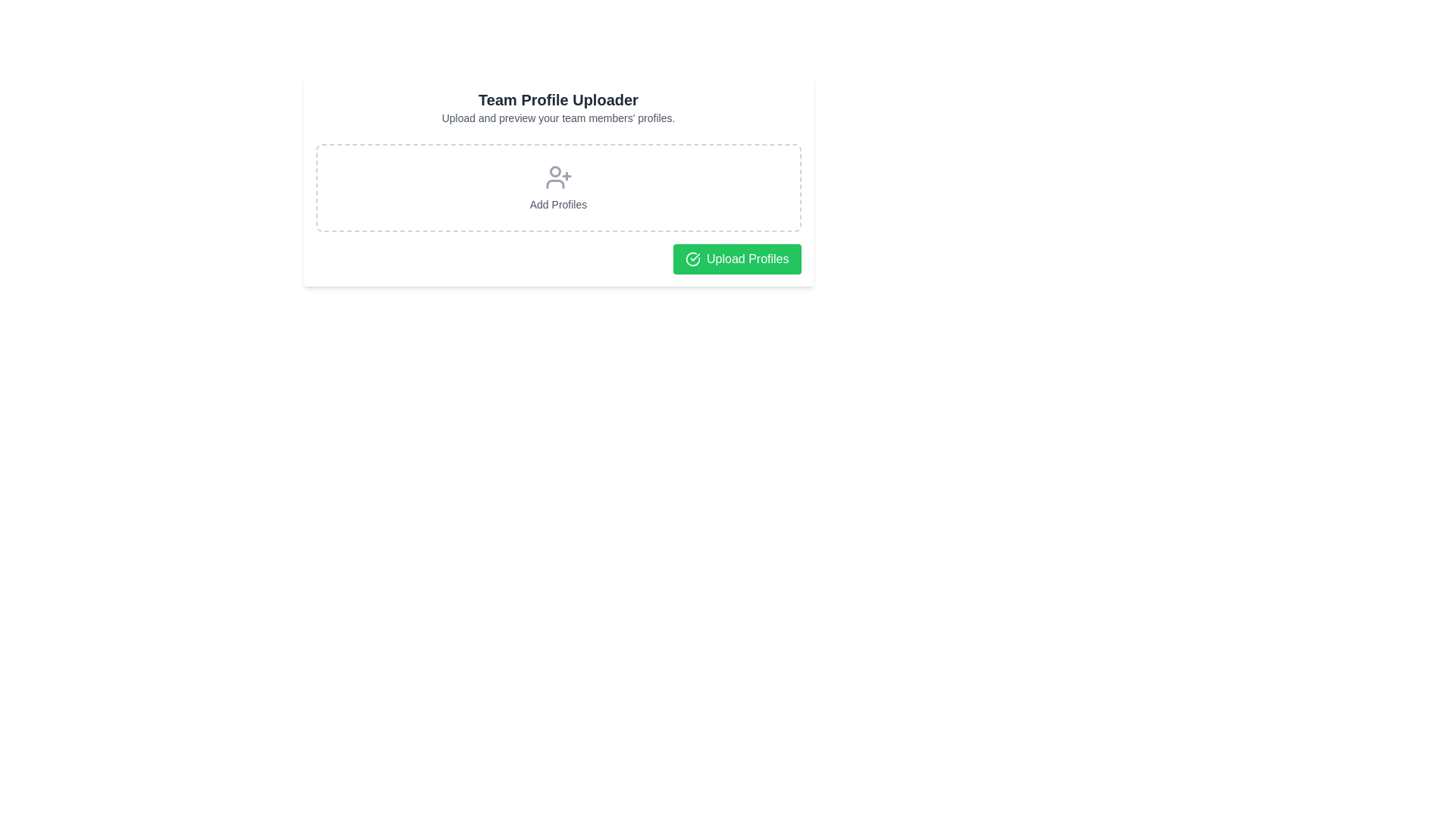 This screenshot has height=819, width=1456. Describe the element at coordinates (557, 99) in the screenshot. I see `the bold title 'Team Profile Uploader' positioned at the top-center of the panel` at that location.